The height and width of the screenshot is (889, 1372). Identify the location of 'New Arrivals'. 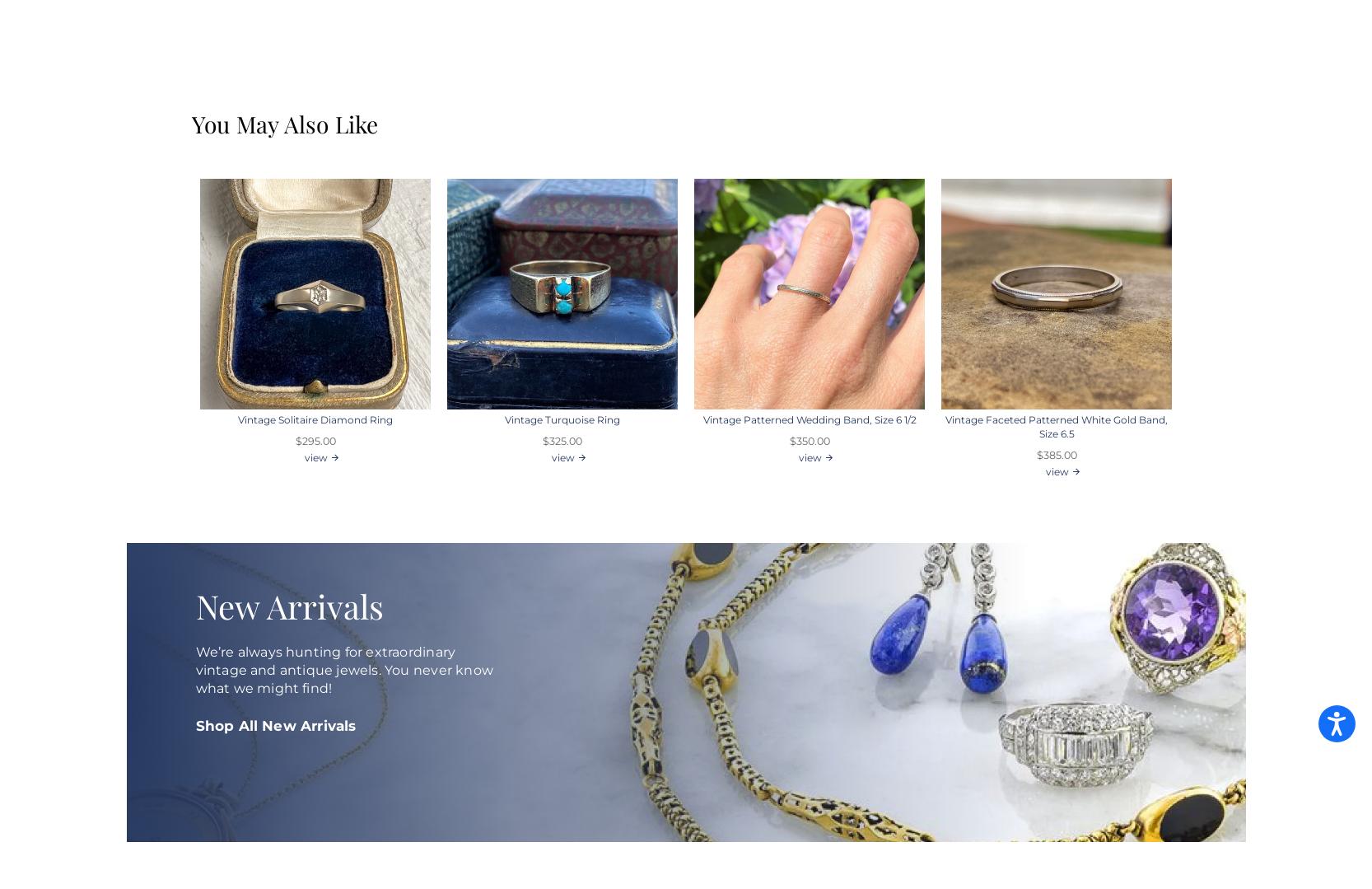
(288, 605).